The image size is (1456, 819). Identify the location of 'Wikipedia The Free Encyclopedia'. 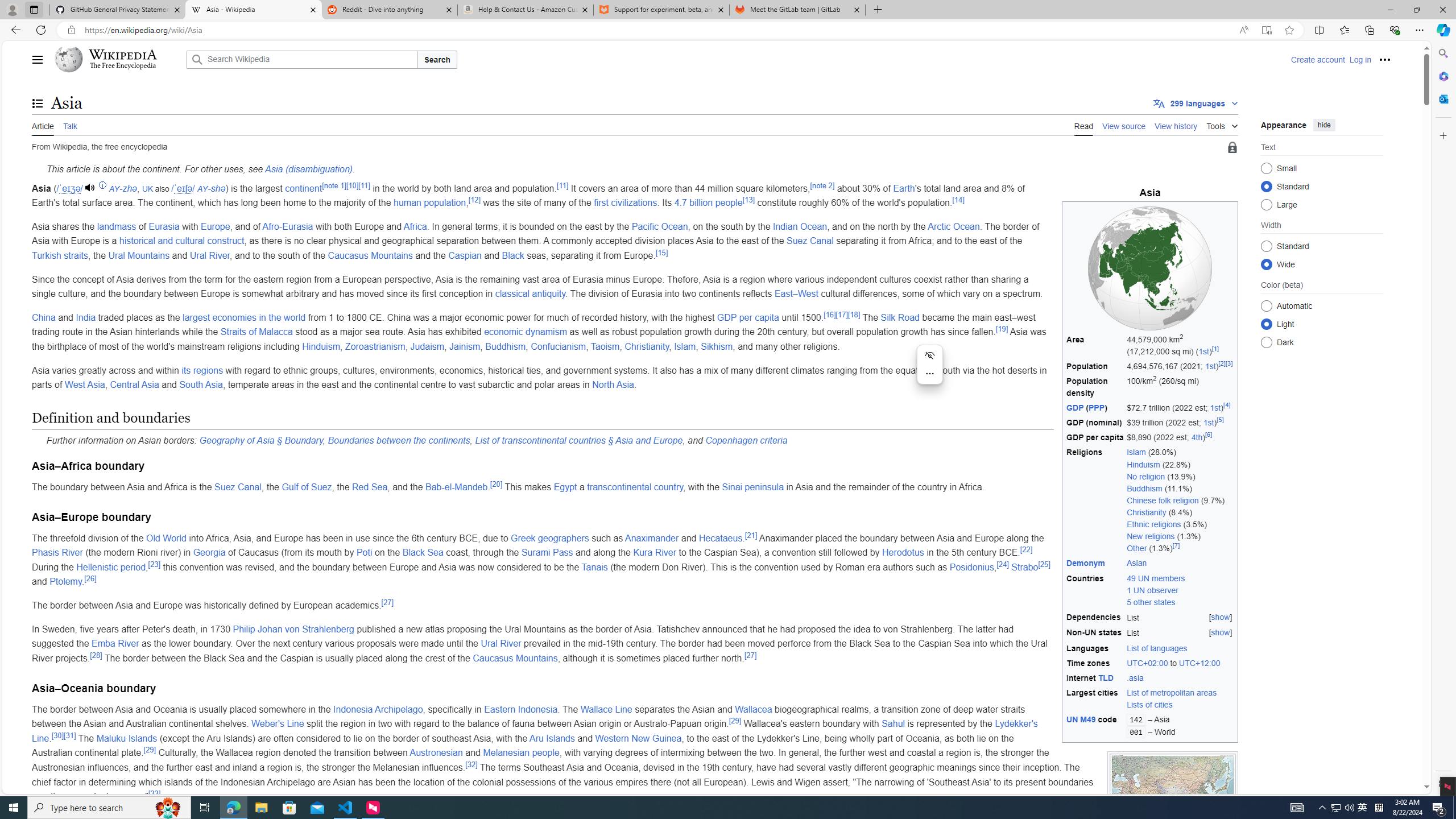
(118, 59).